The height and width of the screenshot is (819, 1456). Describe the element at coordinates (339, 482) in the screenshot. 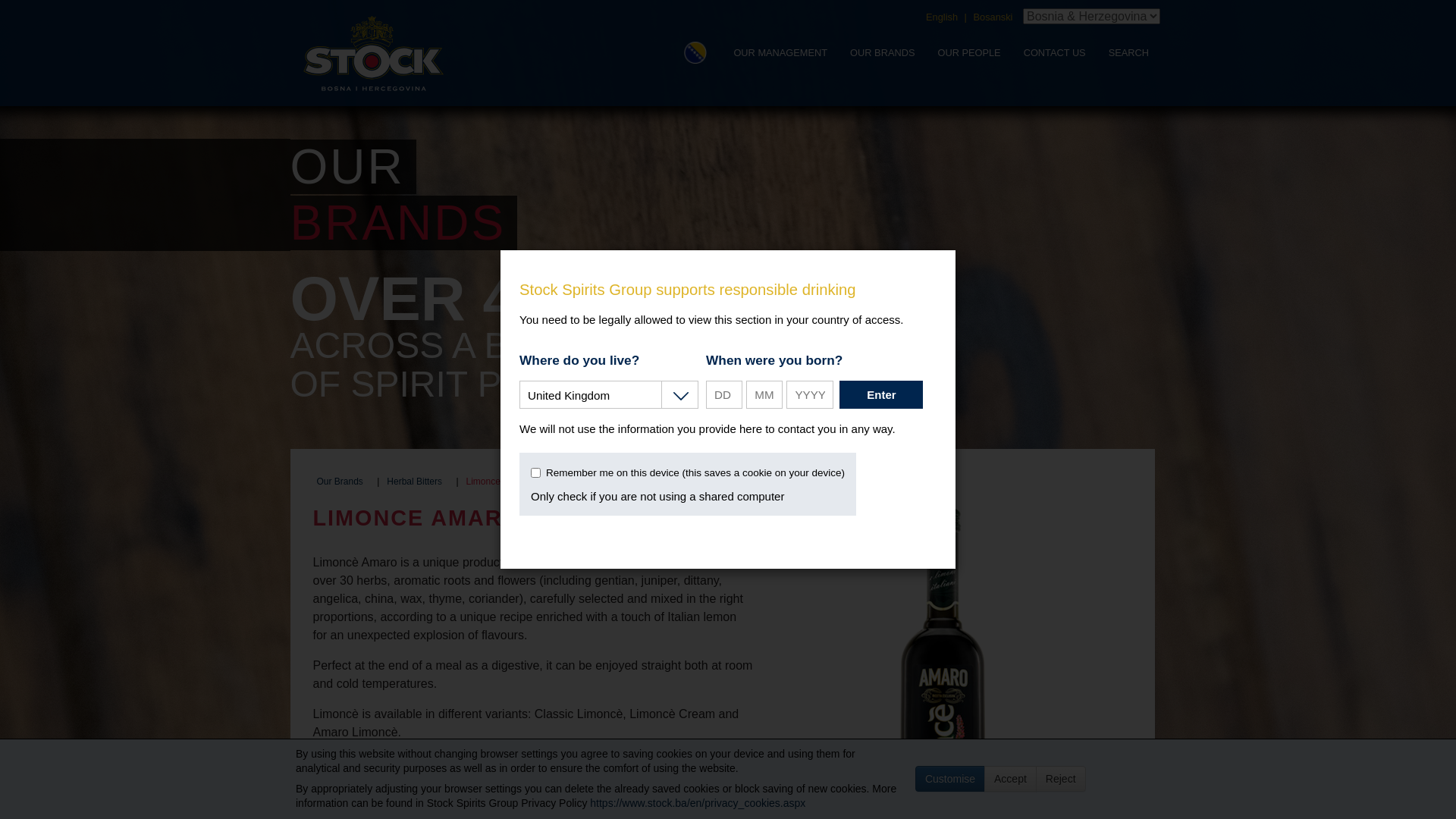

I see `'Our Brands'` at that location.